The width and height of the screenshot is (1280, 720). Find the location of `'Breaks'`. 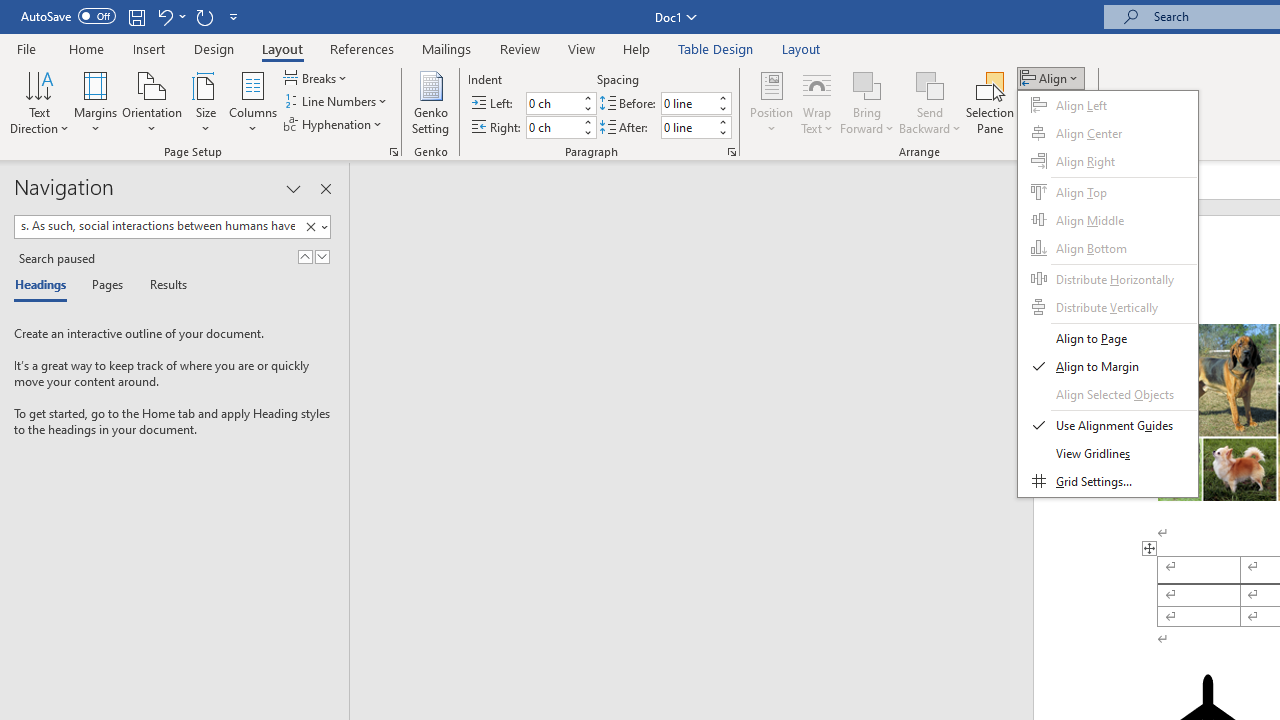

'Breaks' is located at coordinates (316, 77).